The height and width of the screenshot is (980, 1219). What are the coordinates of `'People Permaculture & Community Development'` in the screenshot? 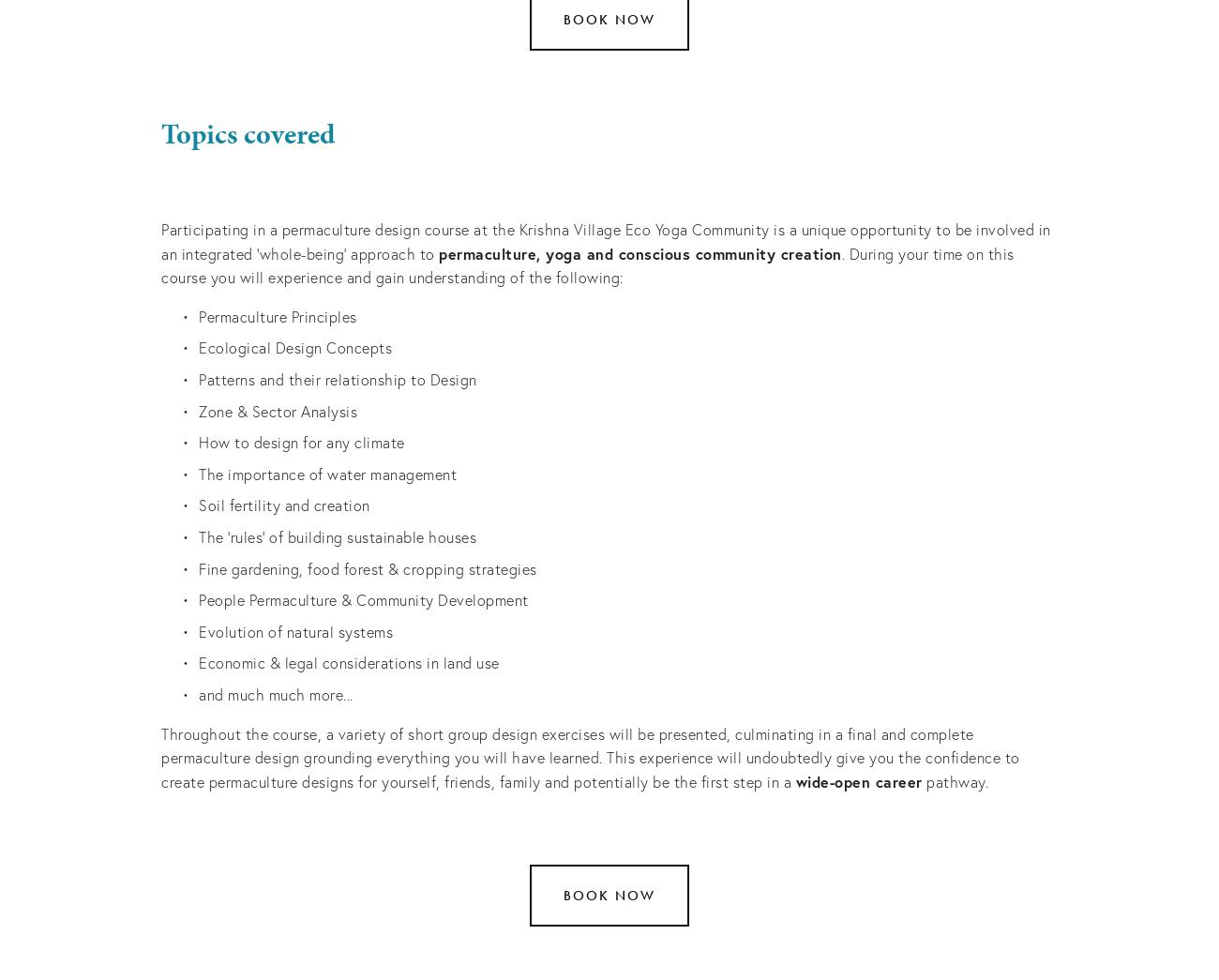 It's located at (363, 598).